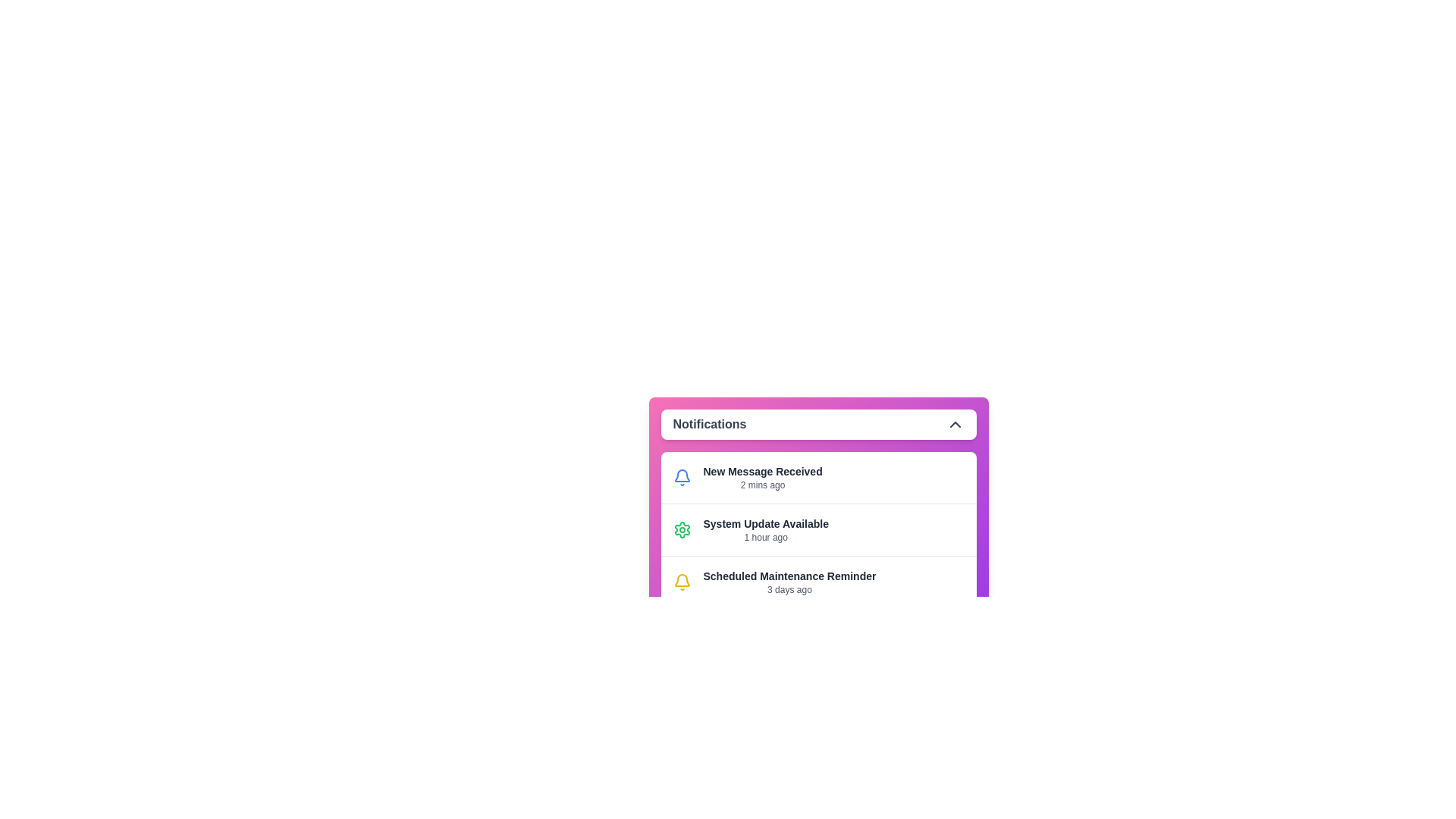  What do you see at coordinates (817, 424) in the screenshot?
I see `the 'Notifications' Toggle Header using keyboard navigation` at bounding box center [817, 424].